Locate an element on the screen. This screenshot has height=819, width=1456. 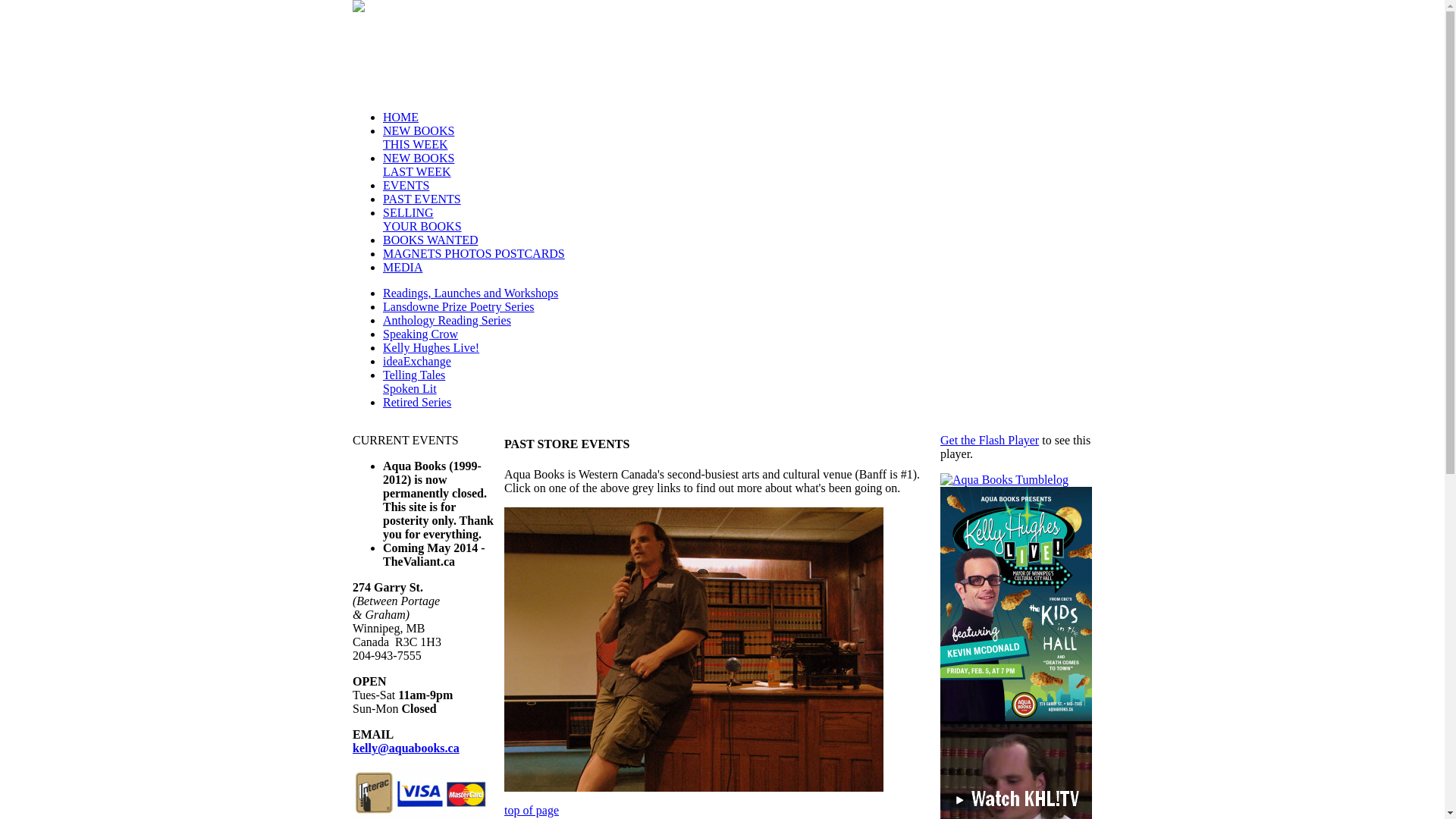
'ideaExchange' is located at coordinates (417, 361).